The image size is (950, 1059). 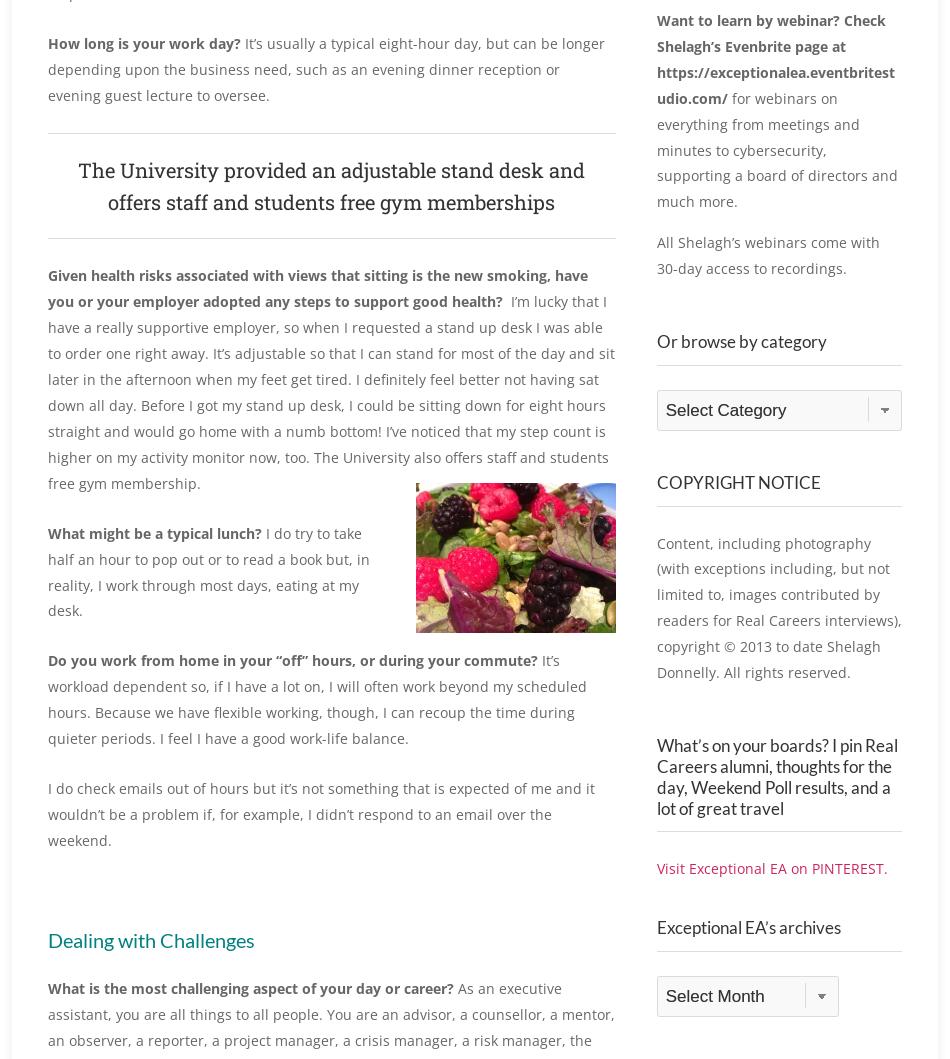 What do you see at coordinates (209, 570) in the screenshot?
I see `'I do try to take half an hour to pop out or to read a book but, in reality, I work through most days, eating at my desk.'` at bounding box center [209, 570].